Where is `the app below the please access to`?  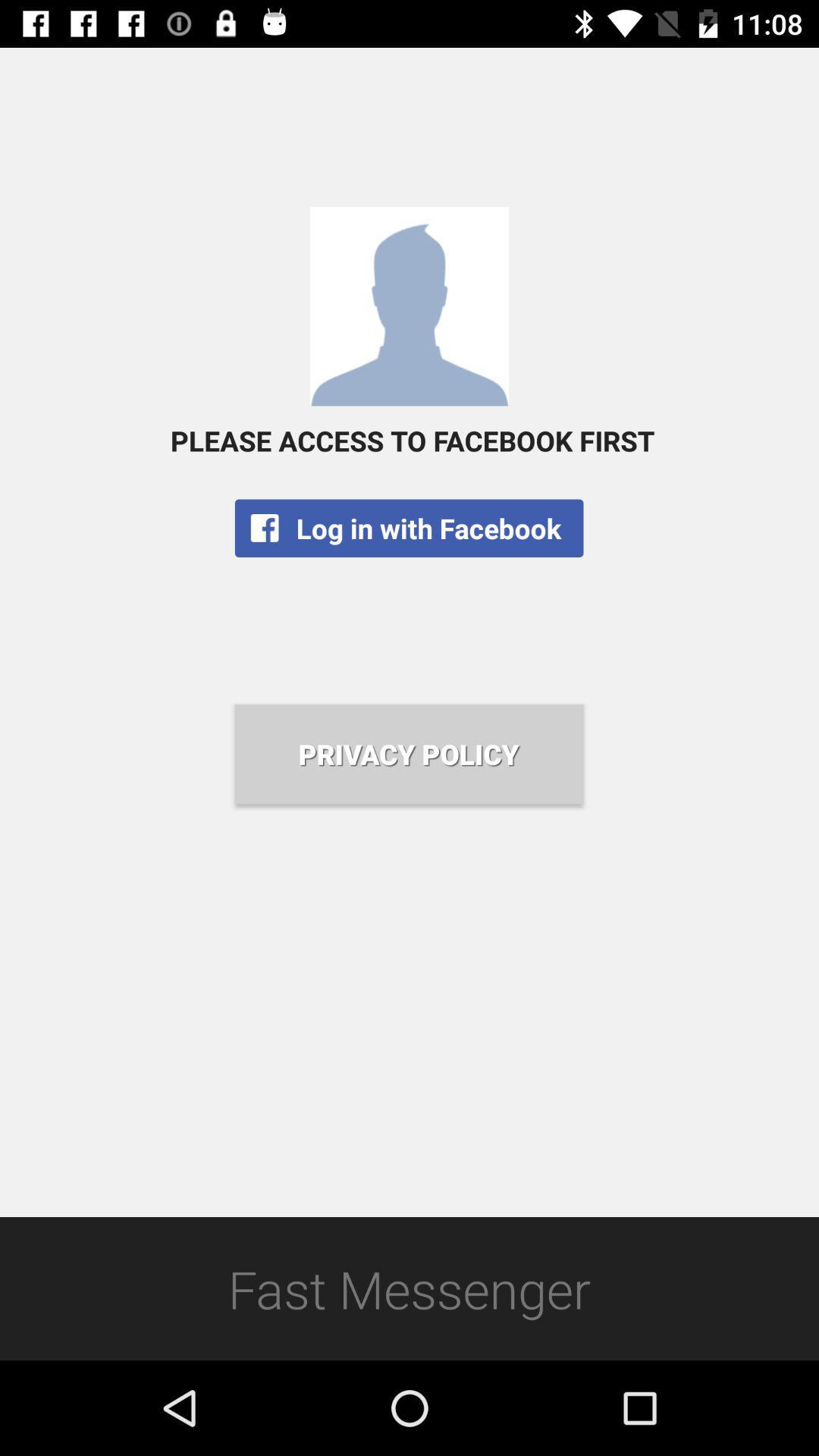 the app below the please access to is located at coordinates (408, 528).